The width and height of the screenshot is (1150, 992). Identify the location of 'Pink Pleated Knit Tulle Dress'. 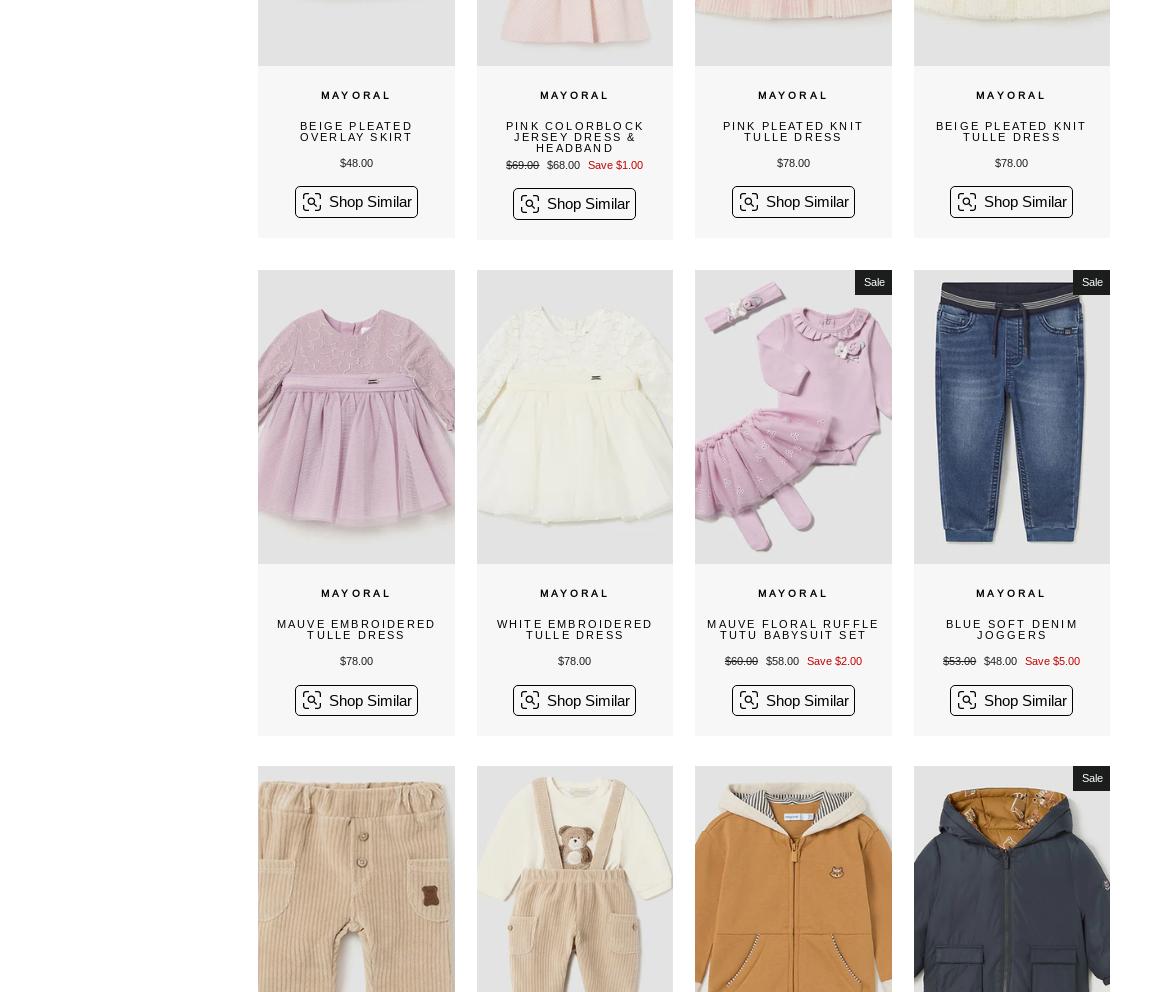
(792, 131).